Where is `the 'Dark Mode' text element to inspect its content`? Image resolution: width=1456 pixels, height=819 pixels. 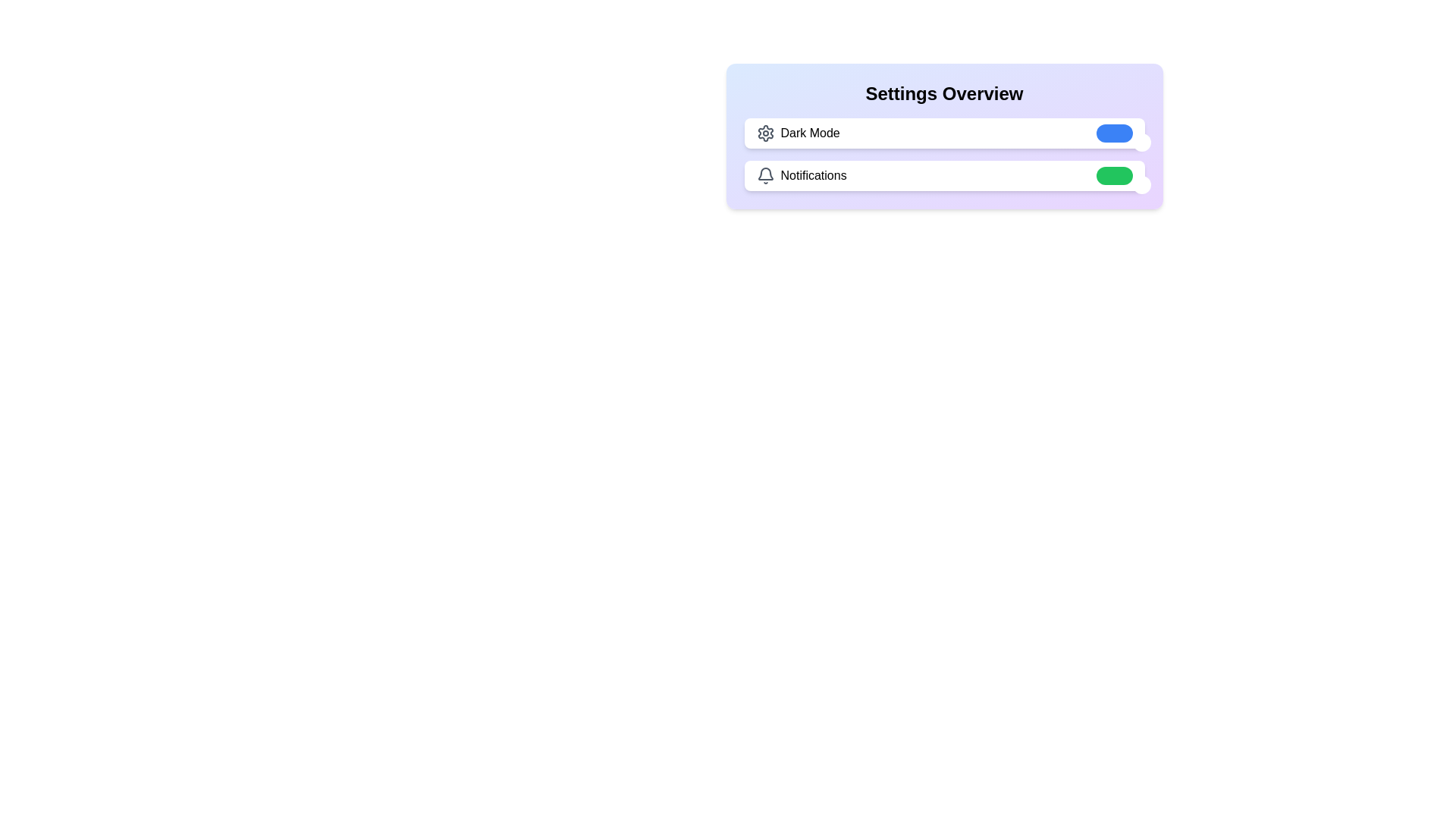 the 'Dark Mode' text element to inspect its content is located at coordinates (797, 133).